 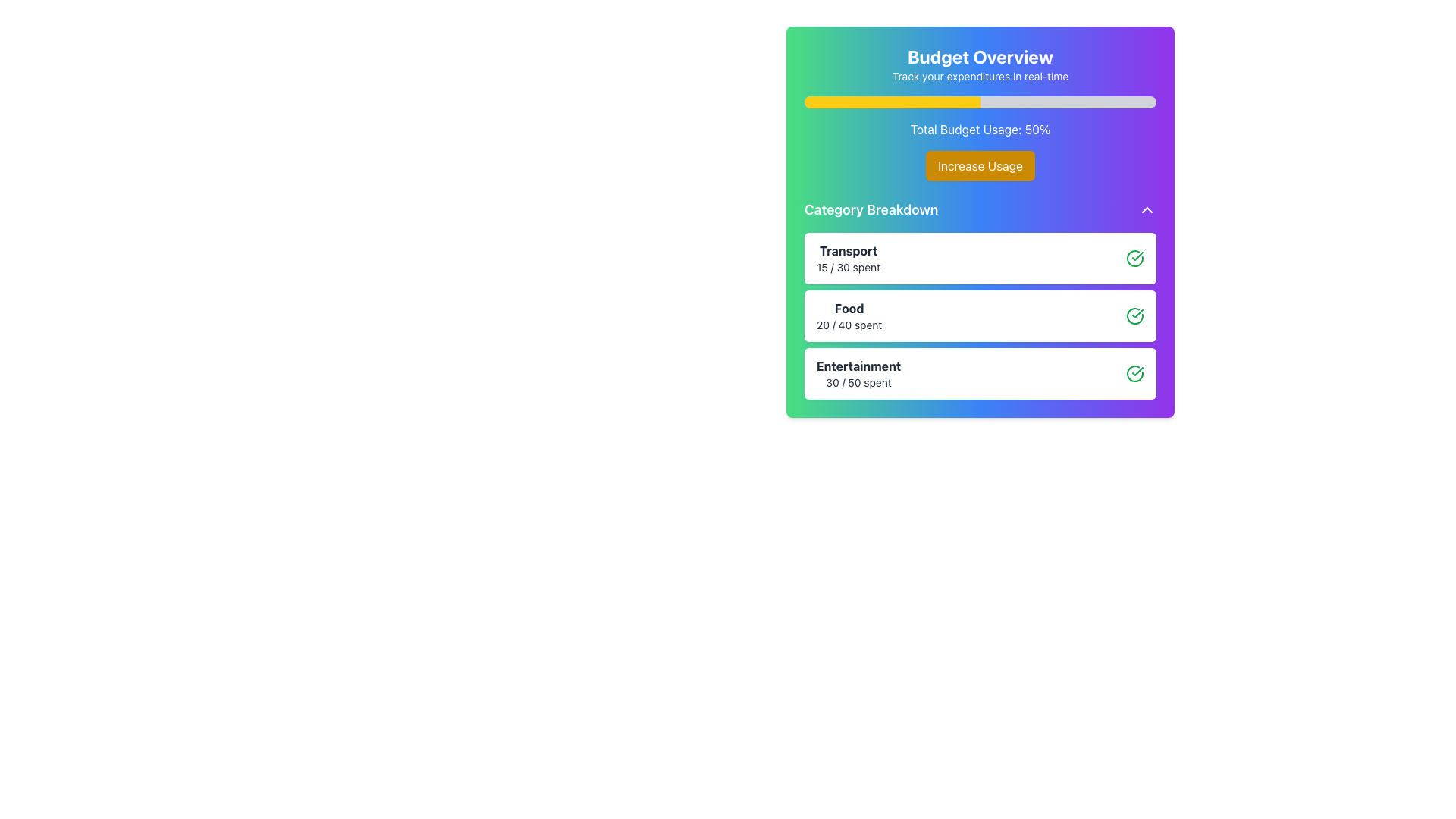 I want to click on information displayed in the 'Transport' section of the Information display, which shows '15 / 30 spent', so click(x=980, y=257).